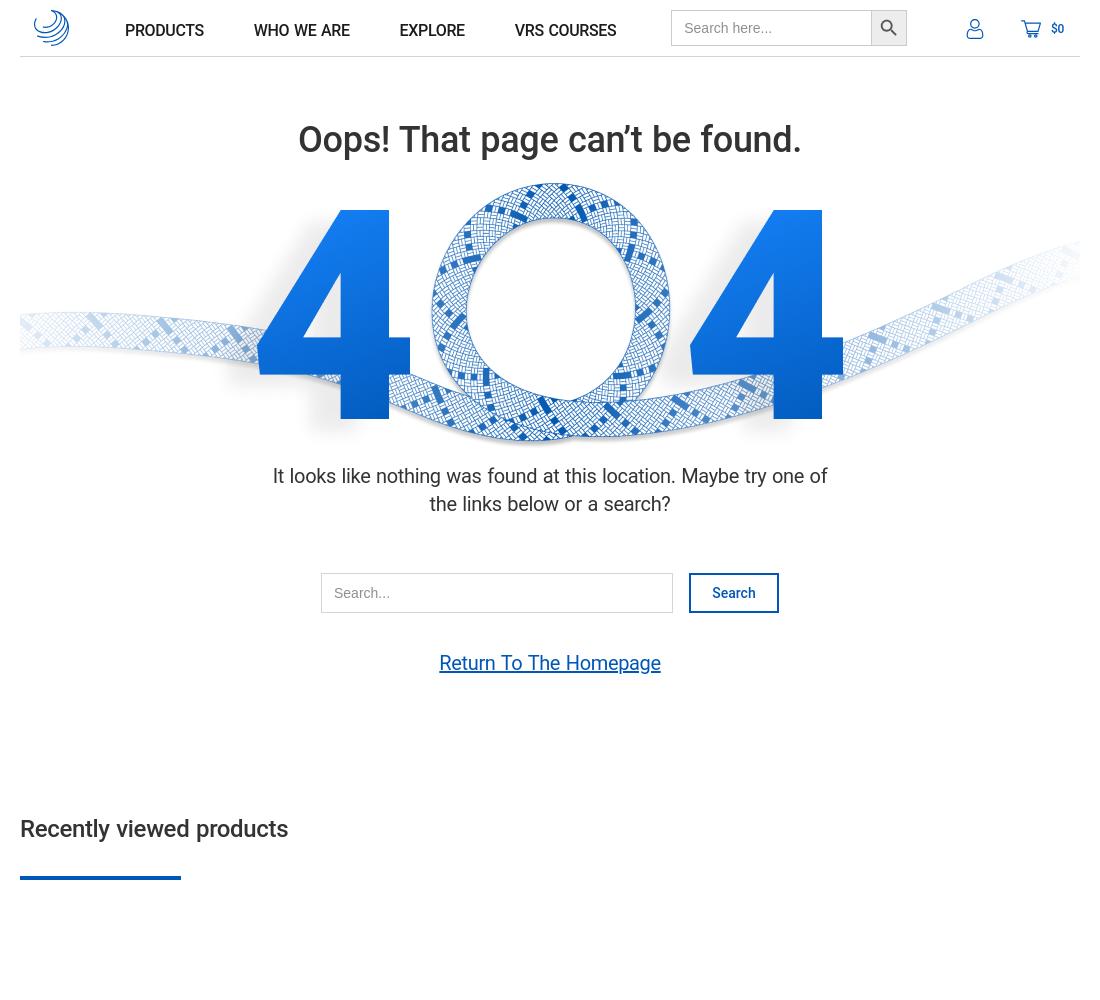 This screenshot has height=1000, width=1100. I want to click on 'Calendar', so click(117, 112).